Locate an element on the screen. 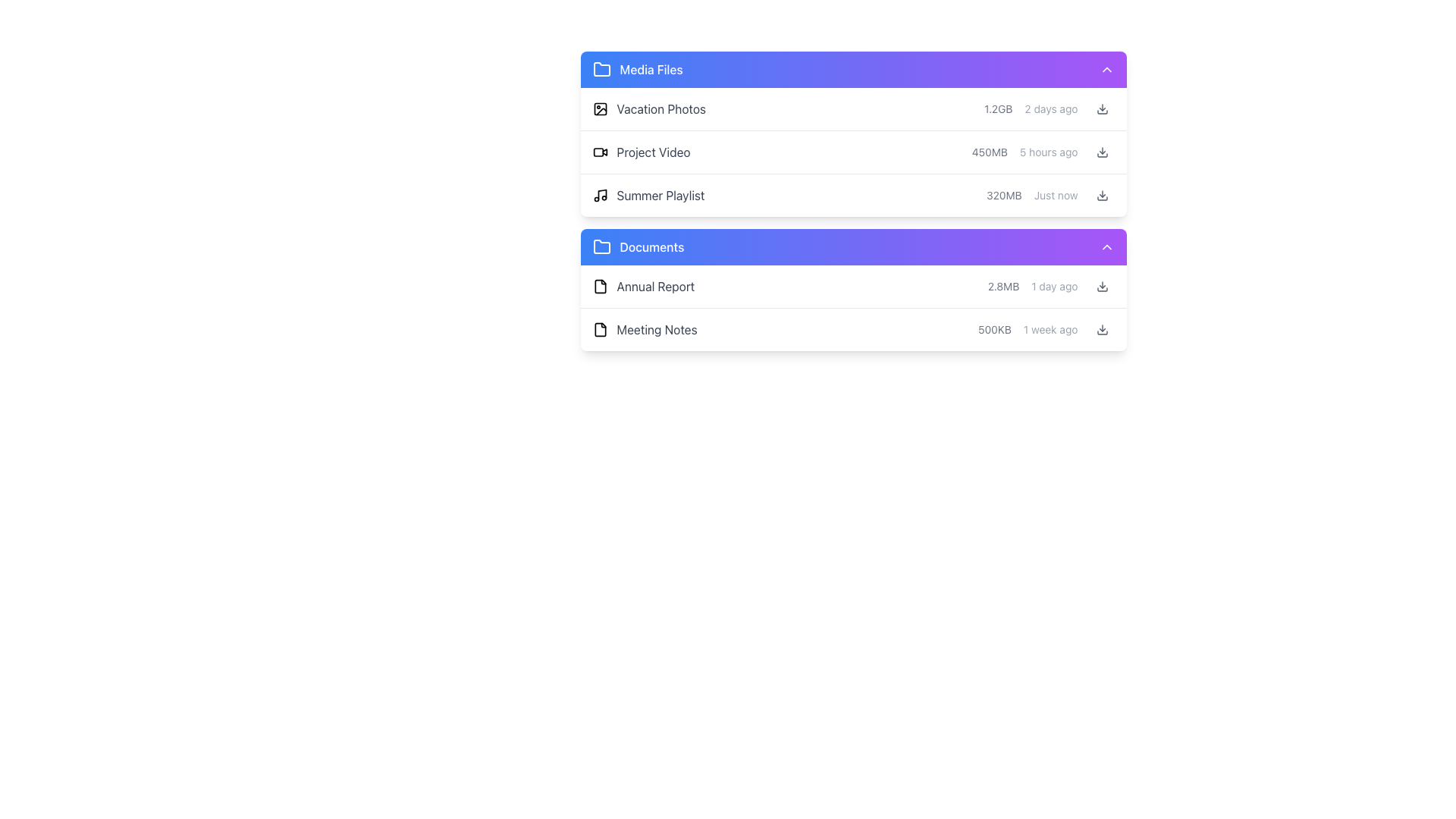 This screenshot has height=819, width=1456. the 'Summer Playlist' icon located to the left of the text is located at coordinates (599, 195).